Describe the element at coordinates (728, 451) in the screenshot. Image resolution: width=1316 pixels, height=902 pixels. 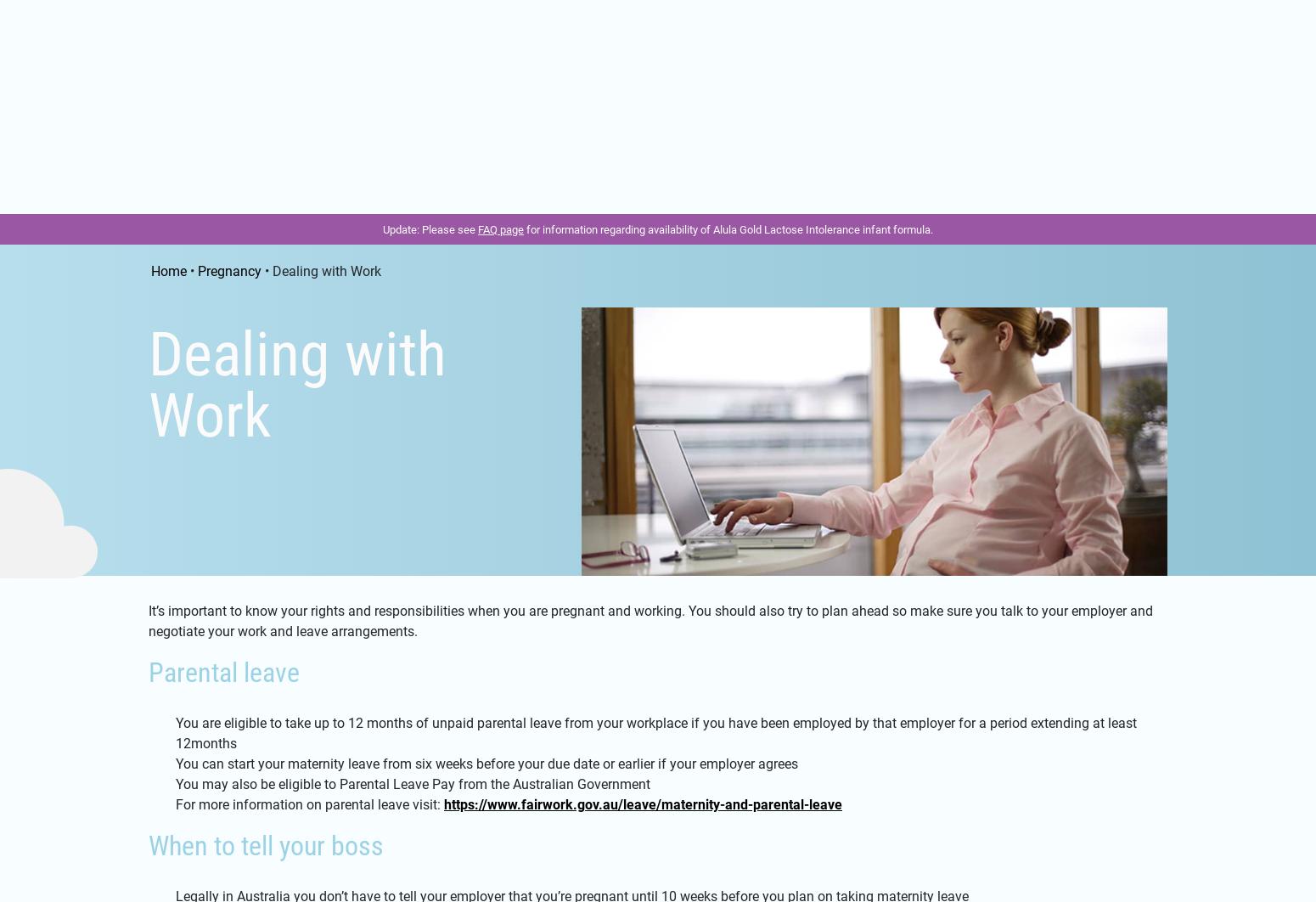
I see `'https://www.servicesaustralia.gov.au/individuals/services/centrelink/parental-leave-pay'` at that location.